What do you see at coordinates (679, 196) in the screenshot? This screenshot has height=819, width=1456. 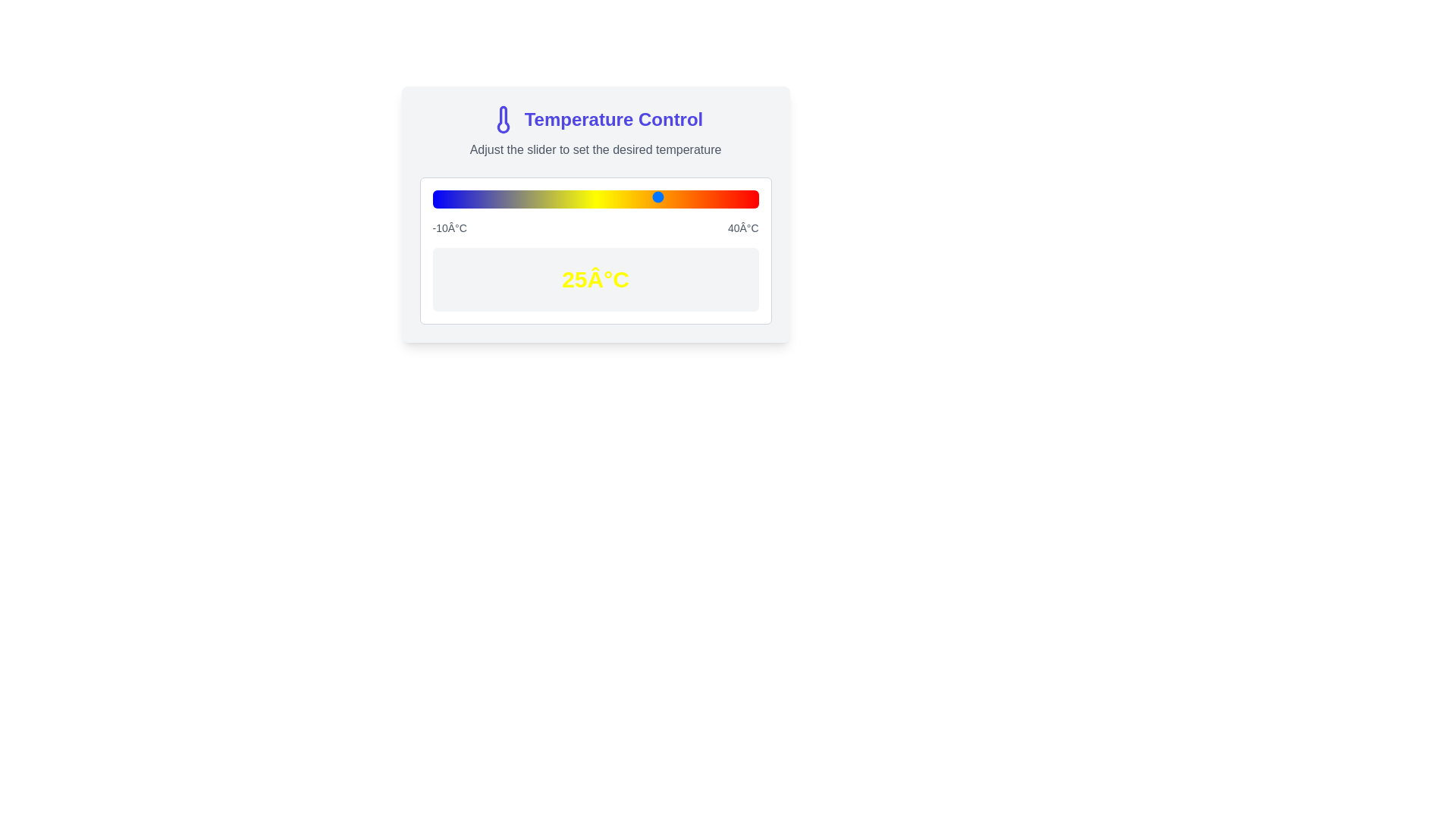 I see `the temperature slider to set the temperature to 28°C` at bounding box center [679, 196].